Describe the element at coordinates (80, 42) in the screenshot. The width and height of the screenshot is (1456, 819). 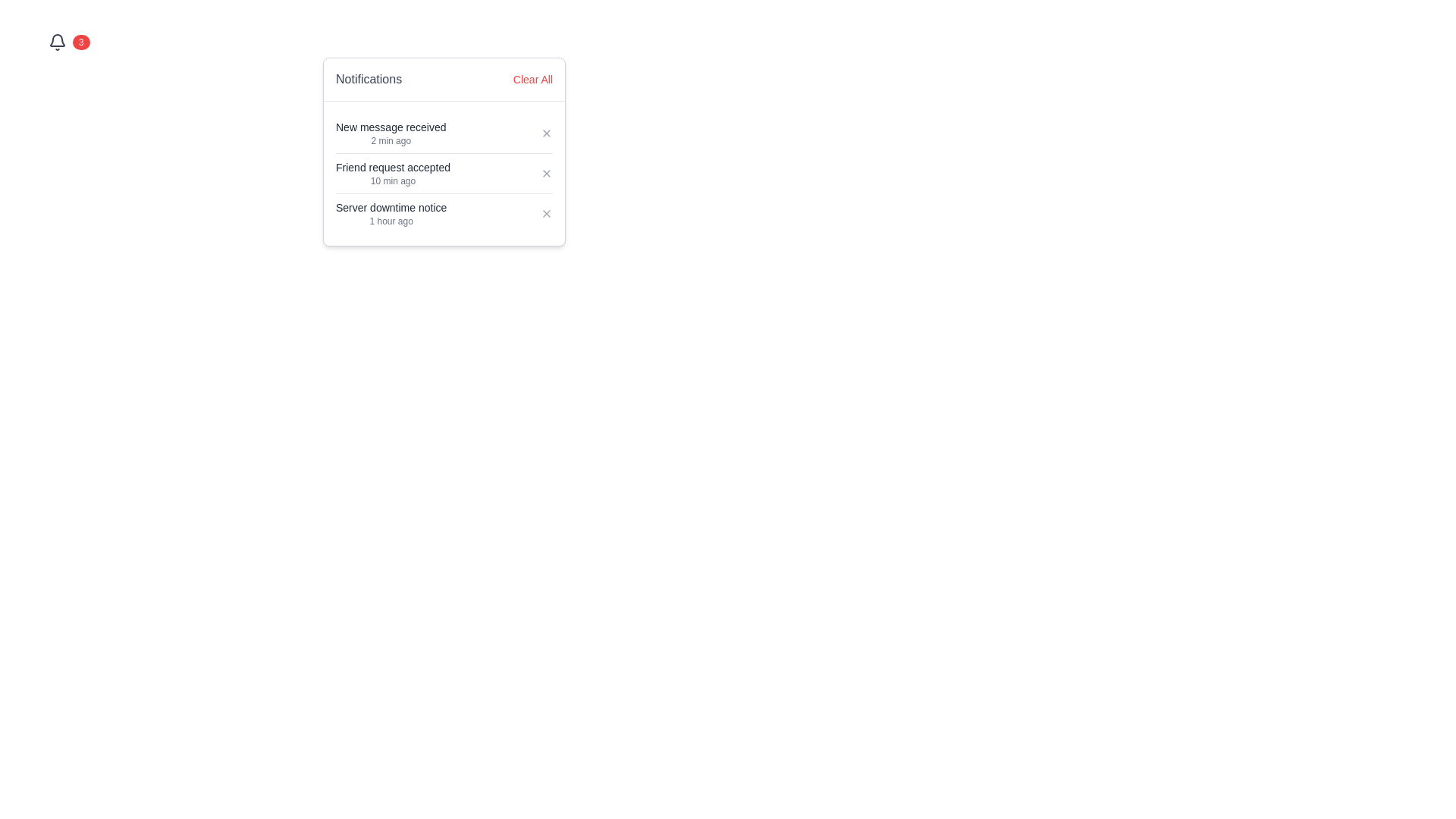
I see `the circular notification badge with a red background and the number '3', located at the top-right of the interface adjacent to the bell icon` at that location.